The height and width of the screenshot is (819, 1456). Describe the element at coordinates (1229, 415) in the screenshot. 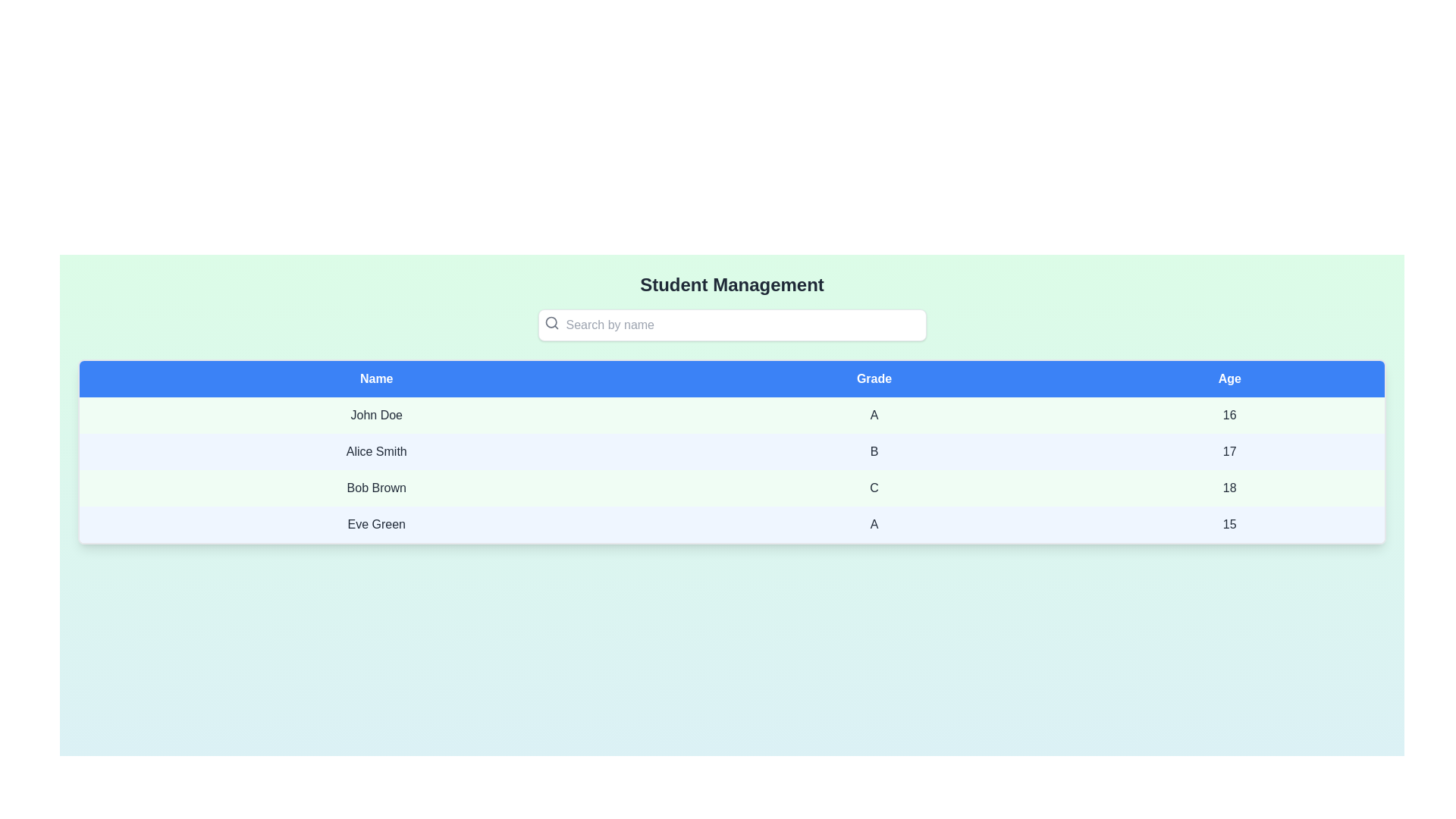

I see `the table cell containing the number '16'` at that location.